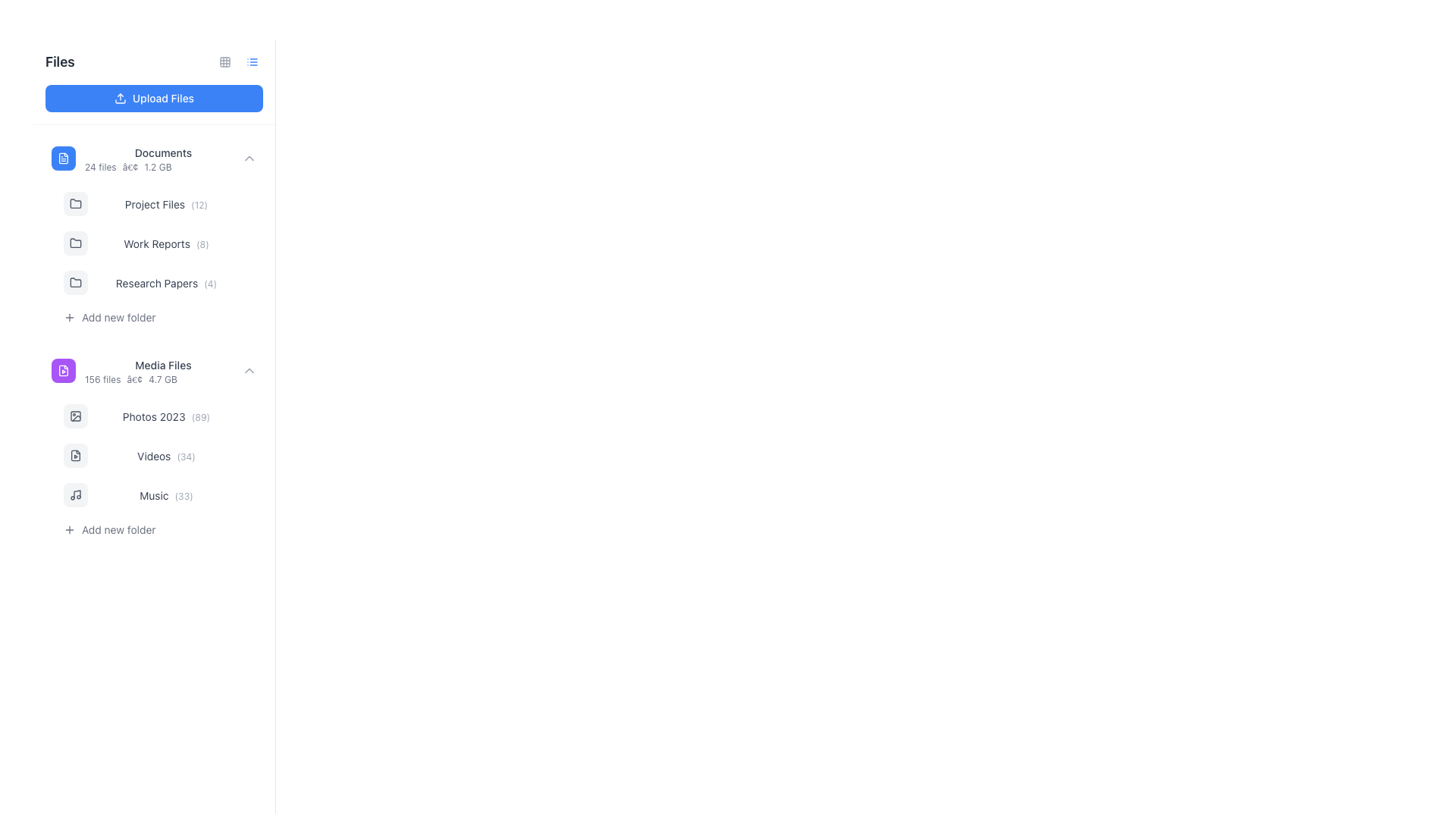 This screenshot has height=819, width=1456. Describe the element at coordinates (75, 242) in the screenshot. I see `the folder icon representing 'Work Reports' located in the sidebar menu under the 'Work Reports (8)' group` at that location.